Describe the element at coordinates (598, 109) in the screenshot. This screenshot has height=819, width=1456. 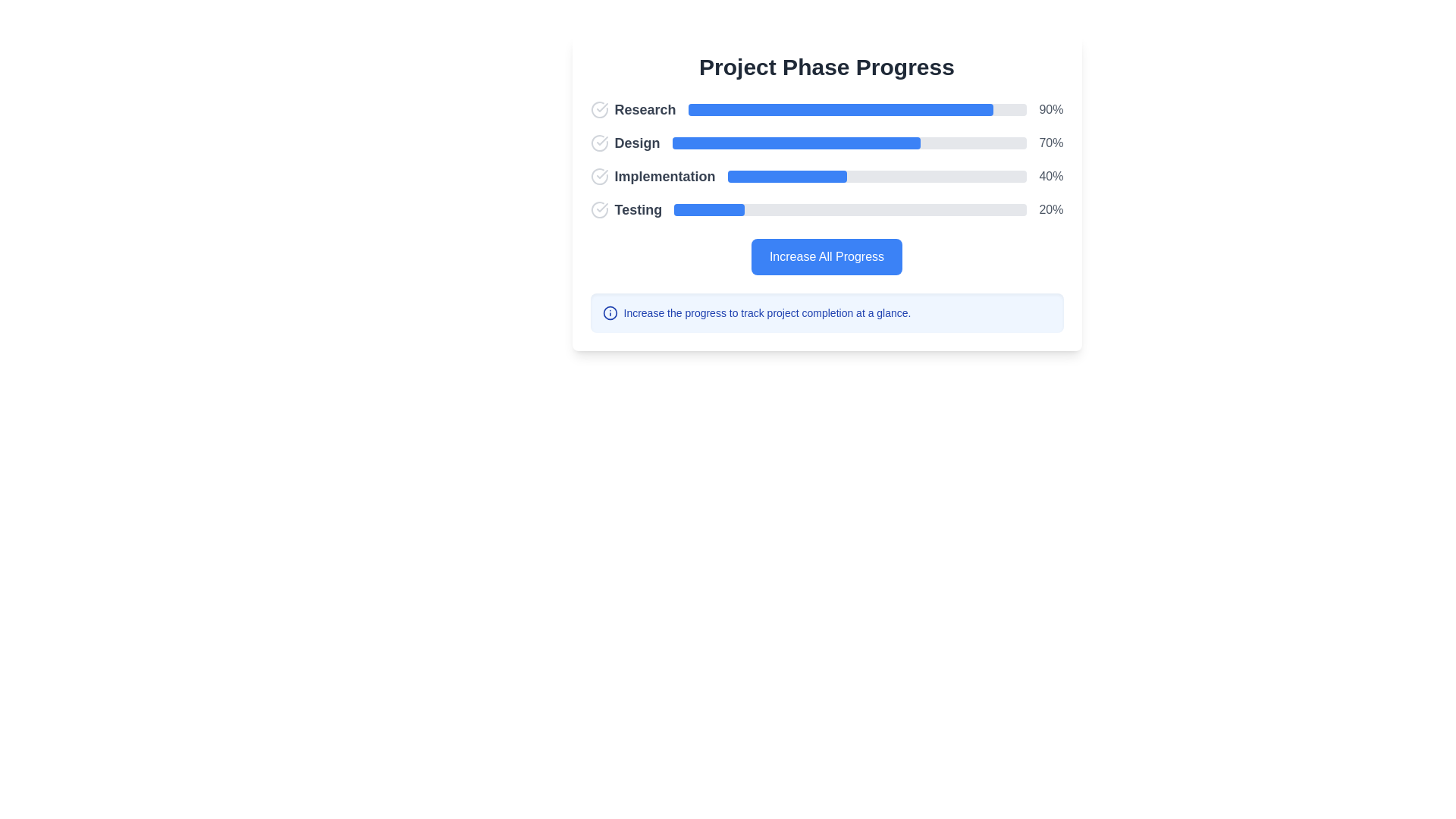
I see `the outer circle of the SVG icon representing the 'Research' row in the 'Project Phase Progress' interface` at that location.